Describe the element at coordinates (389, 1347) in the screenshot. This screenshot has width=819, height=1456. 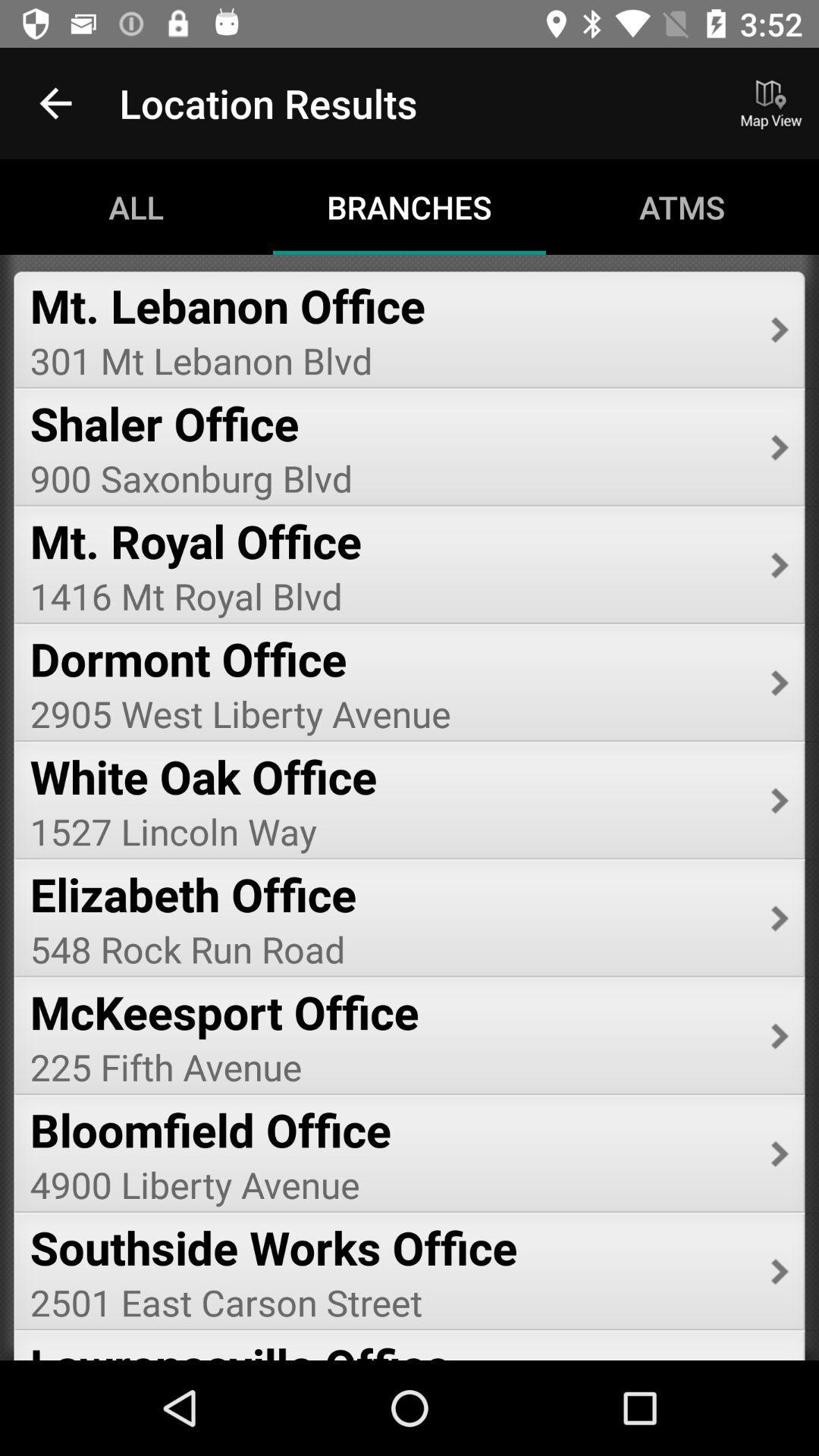
I see `lawrenceville office item` at that location.